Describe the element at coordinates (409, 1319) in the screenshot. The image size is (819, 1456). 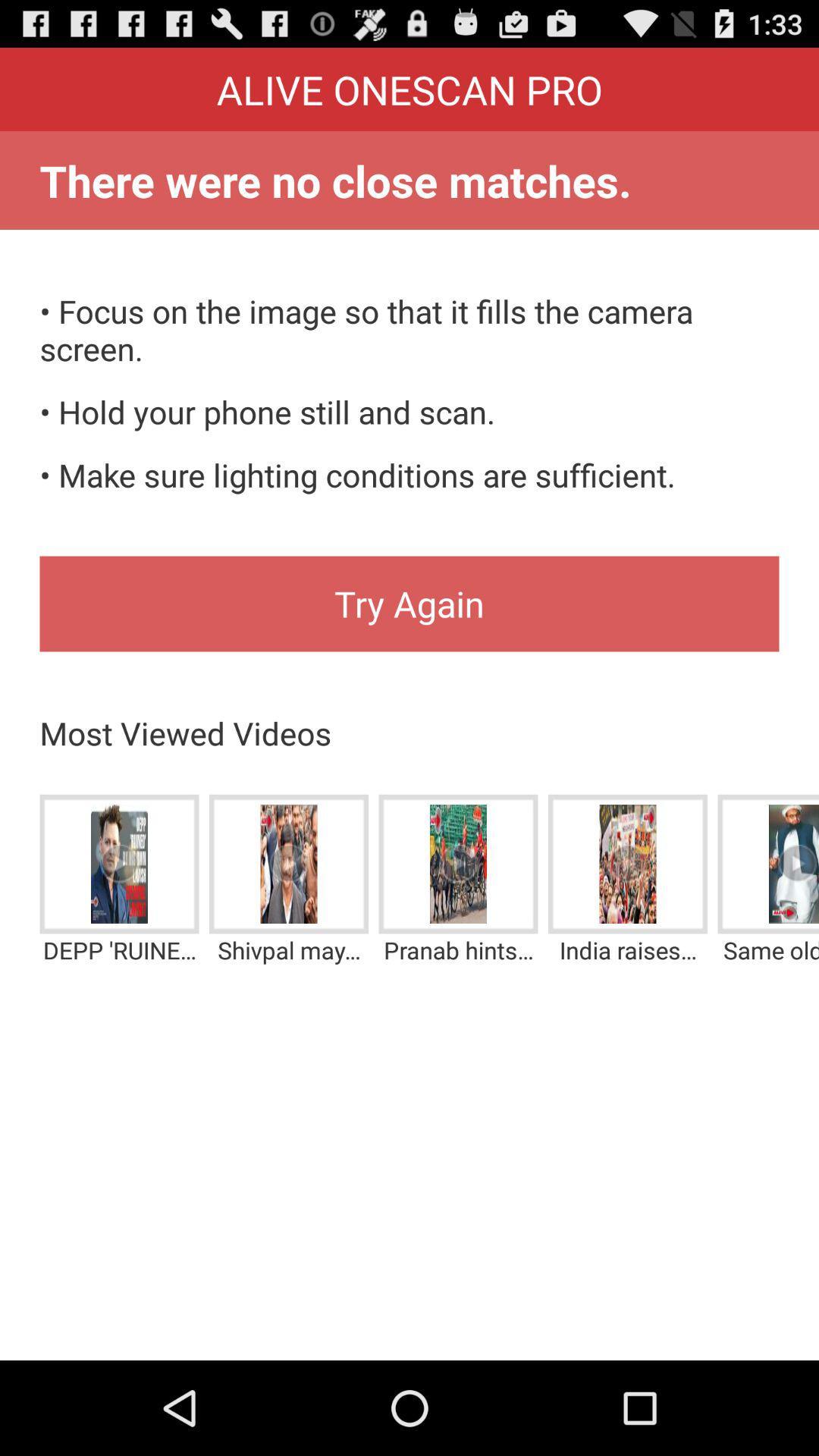
I see `the icon below the depp ruined by` at that location.